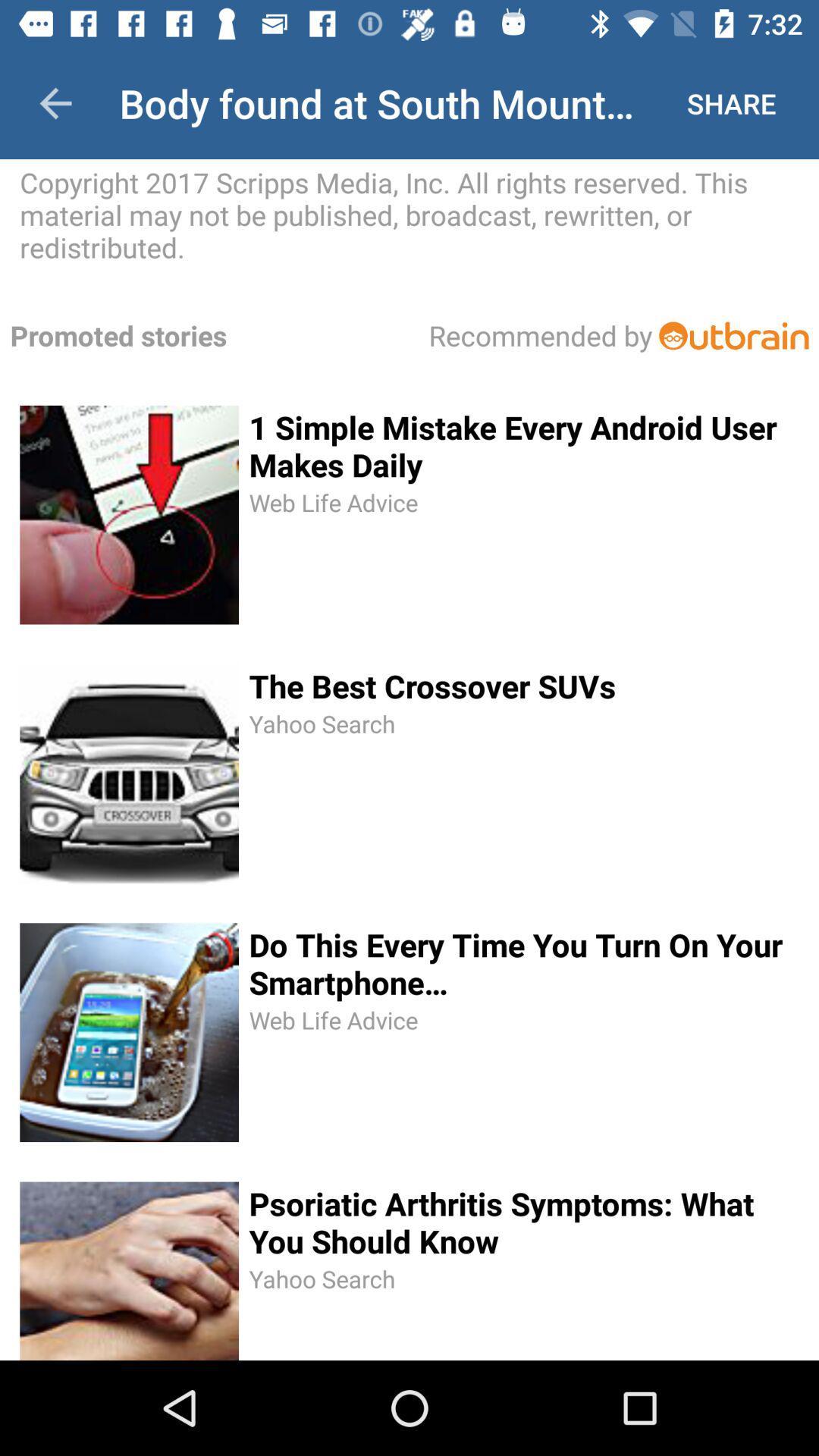 The width and height of the screenshot is (819, 1456). What do you see at coordinates (733, 334) in the screenshot?
I see `link to advertisement` at bounding box center [733, 334].